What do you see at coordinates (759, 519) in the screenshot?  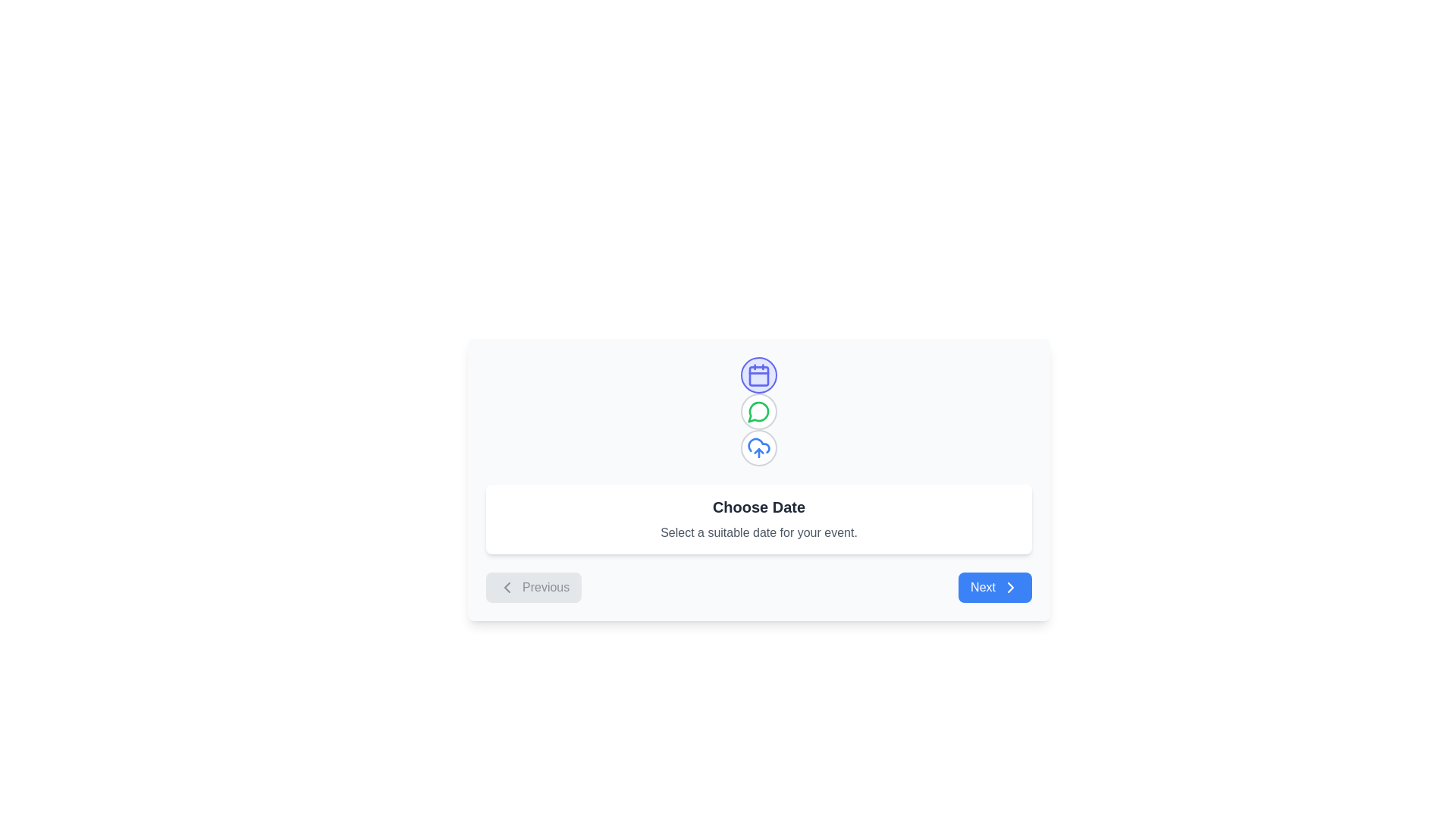 I see `the Informational Section titled 'Choose Date' which has a white background, rounded corners, and contains a subtitle 'Select a suitable date for your event.'` at bounding box center [759, 519].